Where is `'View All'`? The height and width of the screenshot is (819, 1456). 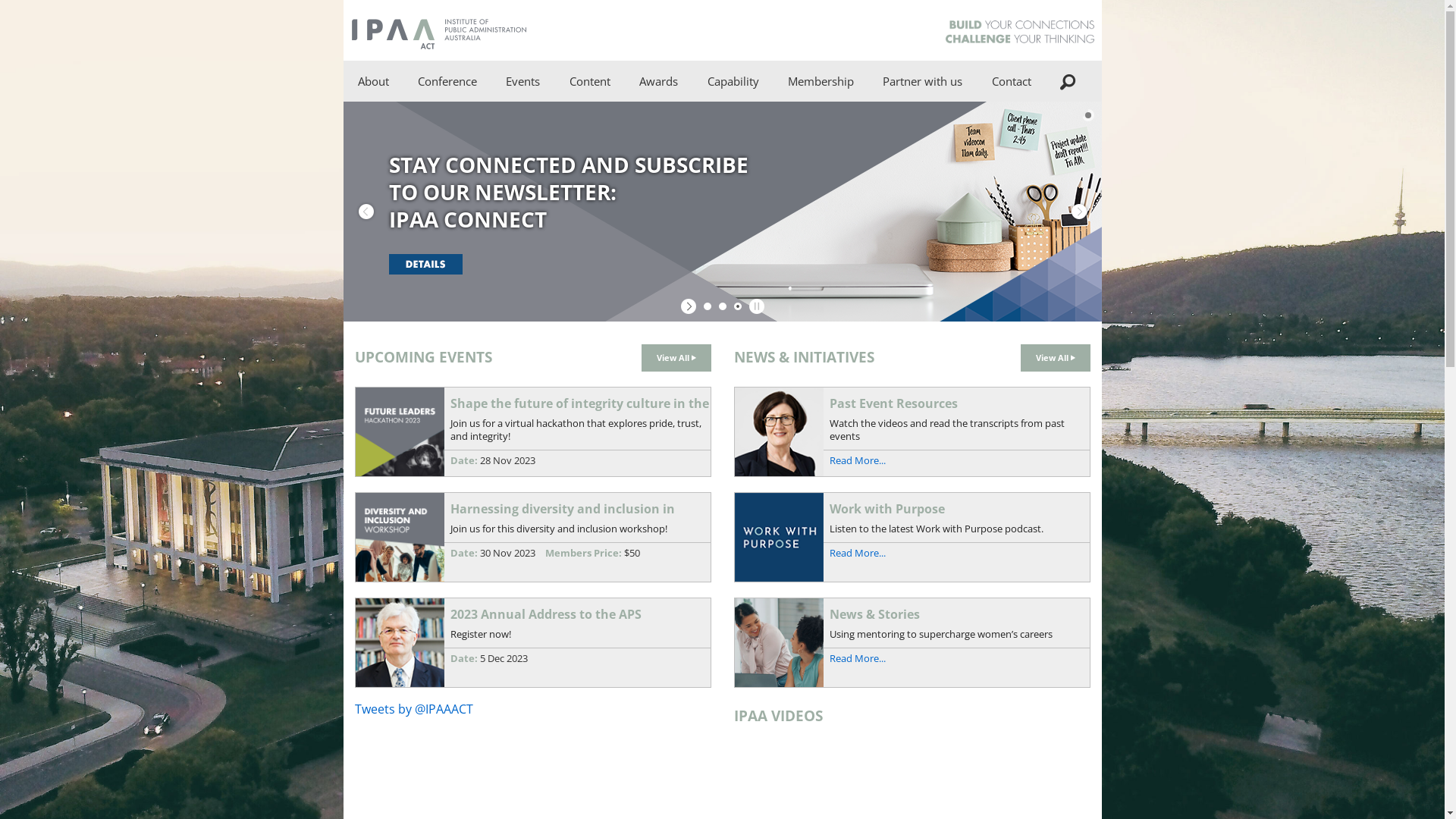 'View All' is located at coordinates (1020, 357).